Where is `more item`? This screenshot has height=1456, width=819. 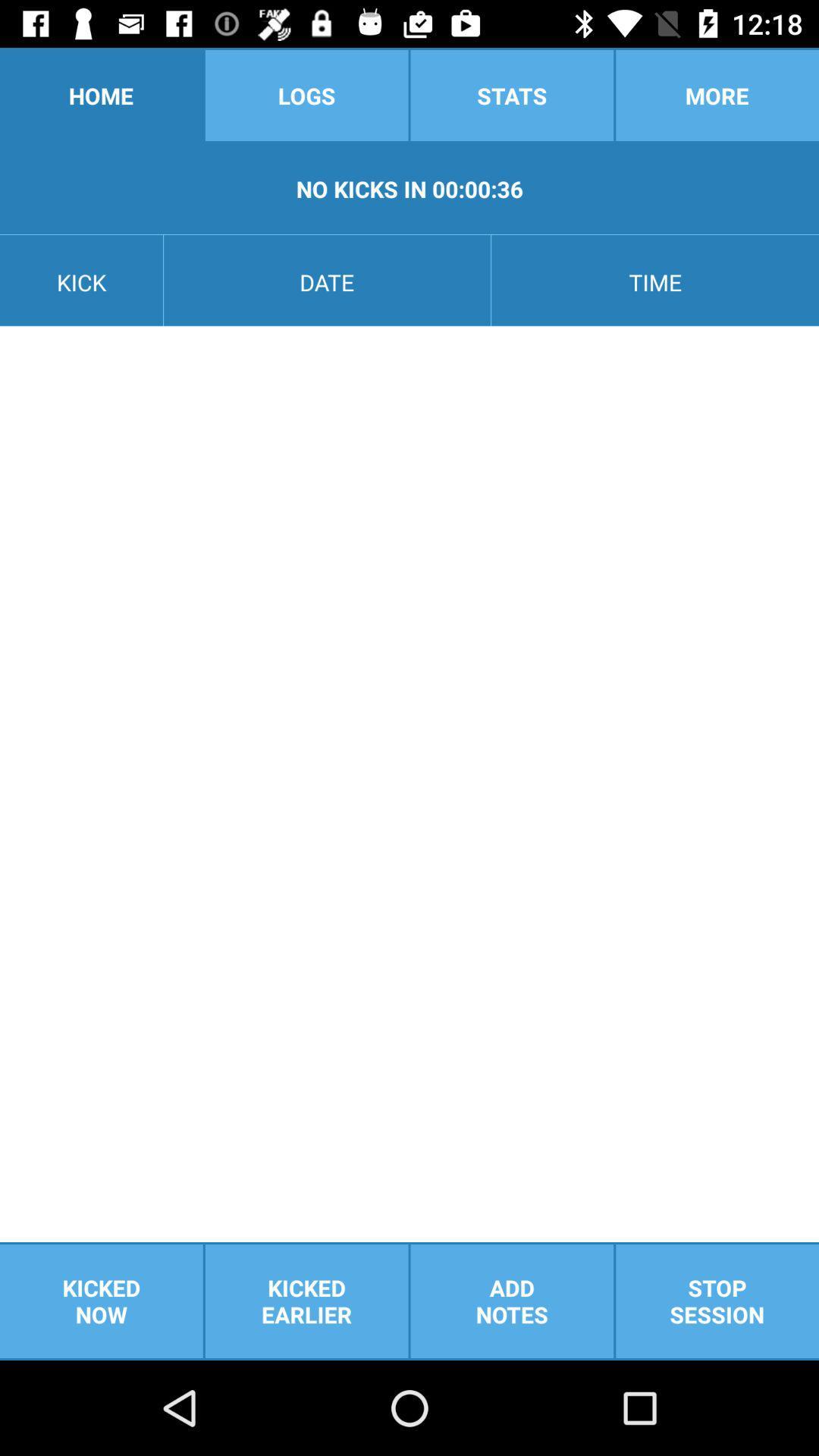
more item is located at coordinates (717, 94).